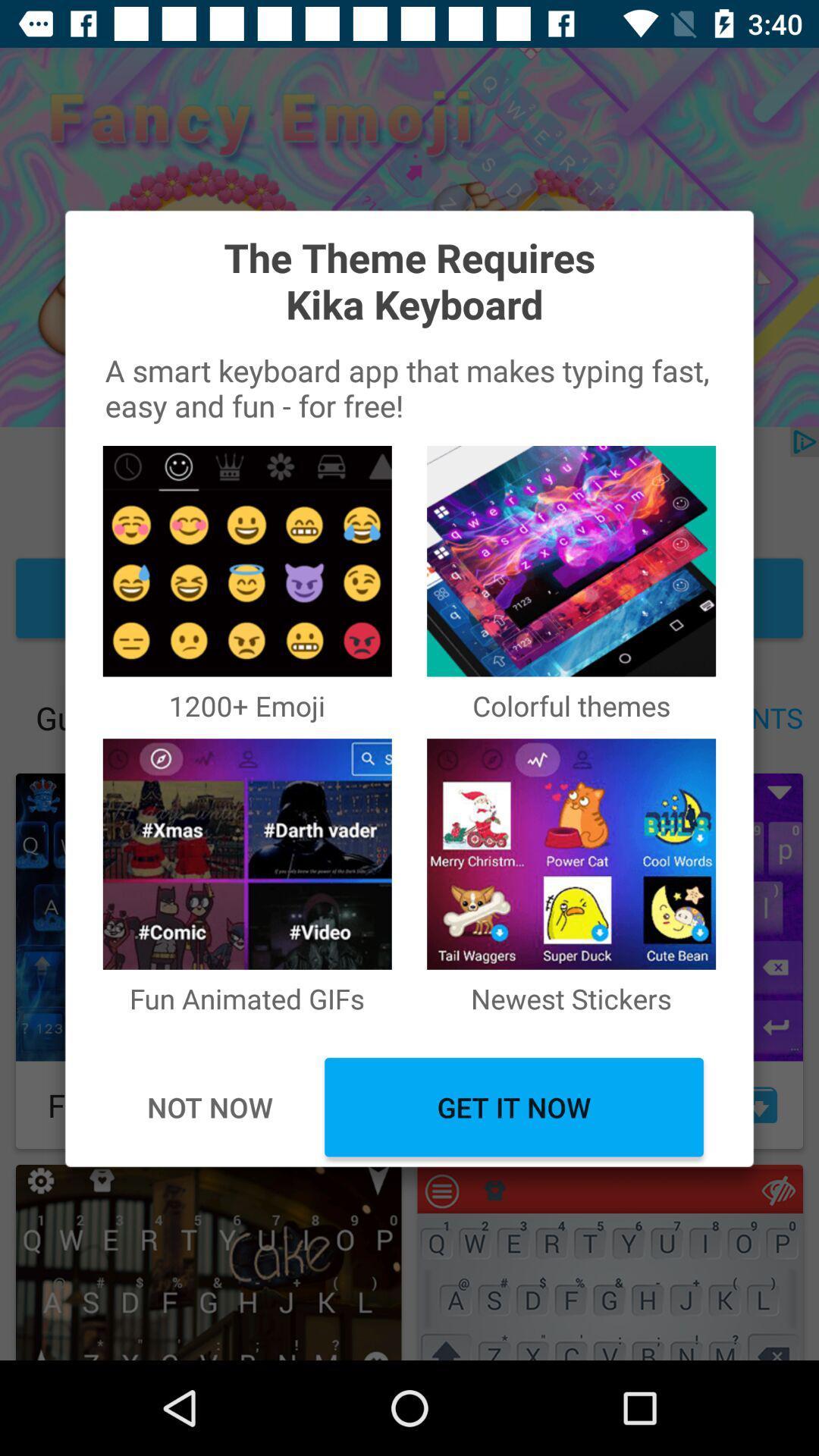 This screenshot has height=1456, width=819. Describe the element at coordinates (513, 1107) in the screenshot. I see `item to the right of not now icon` at that location.